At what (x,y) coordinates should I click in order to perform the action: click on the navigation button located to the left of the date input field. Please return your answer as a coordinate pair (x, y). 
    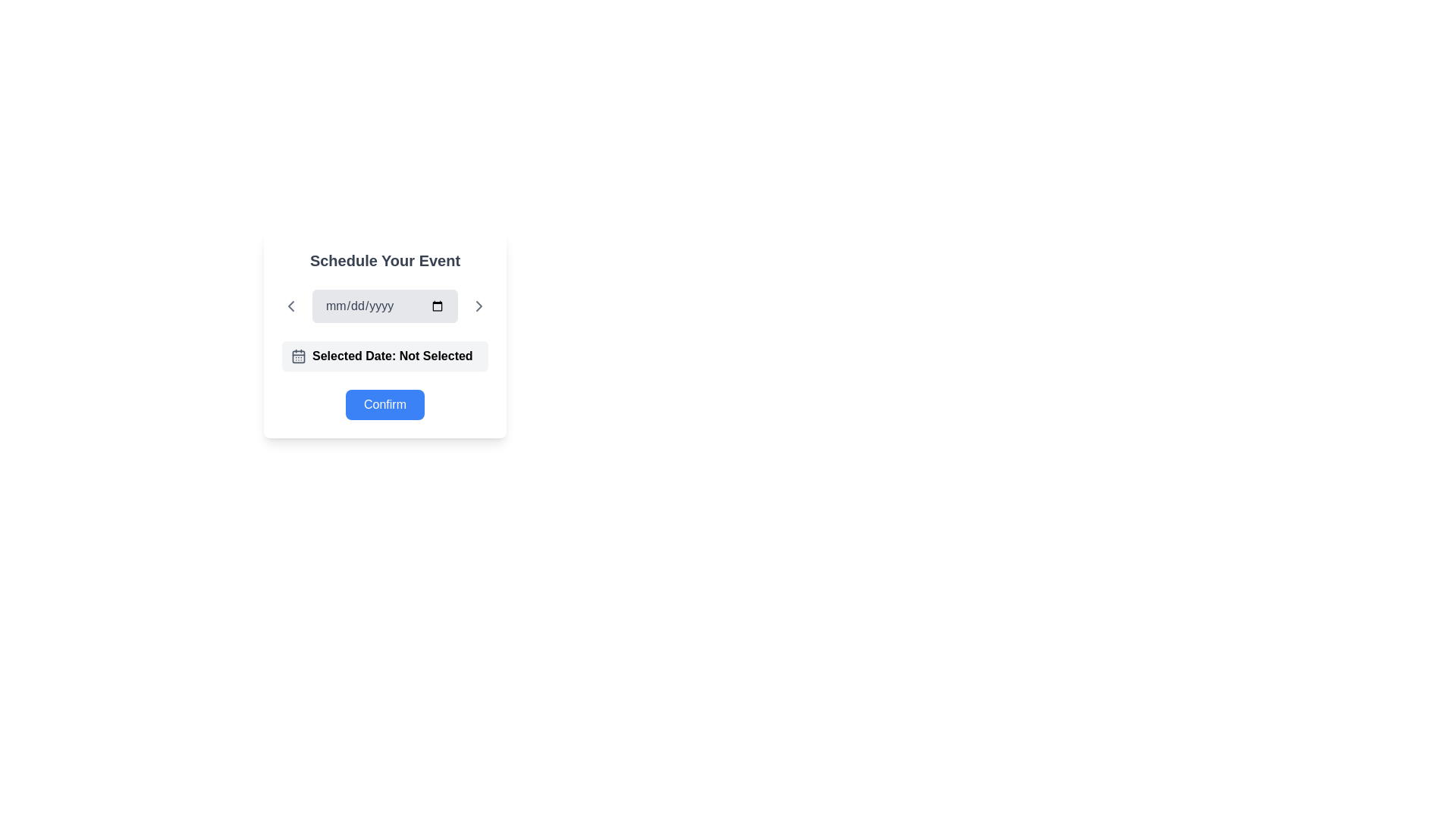
    Looking at the image, I should click on (291, 306).